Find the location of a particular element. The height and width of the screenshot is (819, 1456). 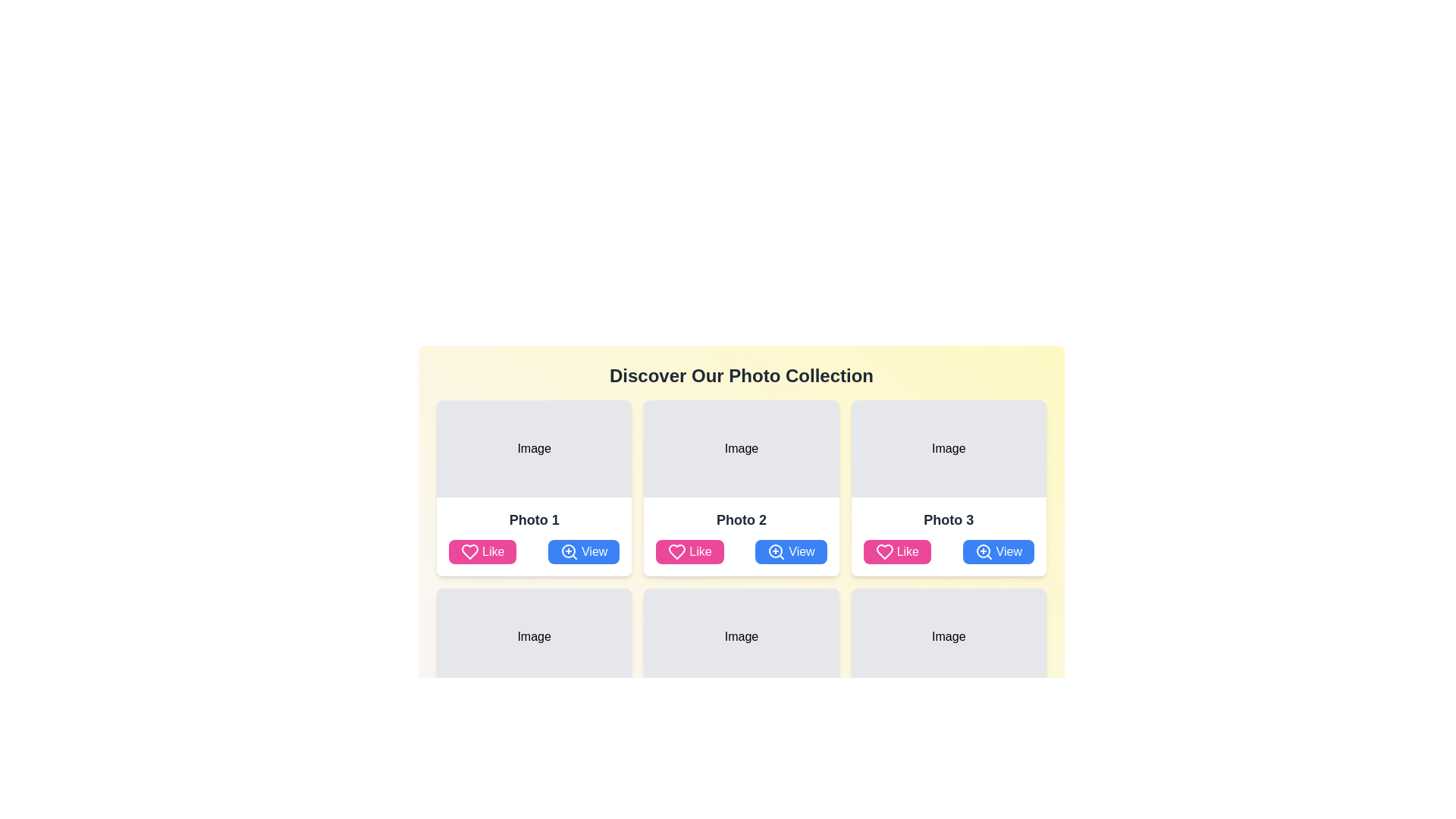

the static placeholder element located in the bottom row, center column of the photo card grid, directly beneath 'Photo 2' is located at coordinates (742, 637).